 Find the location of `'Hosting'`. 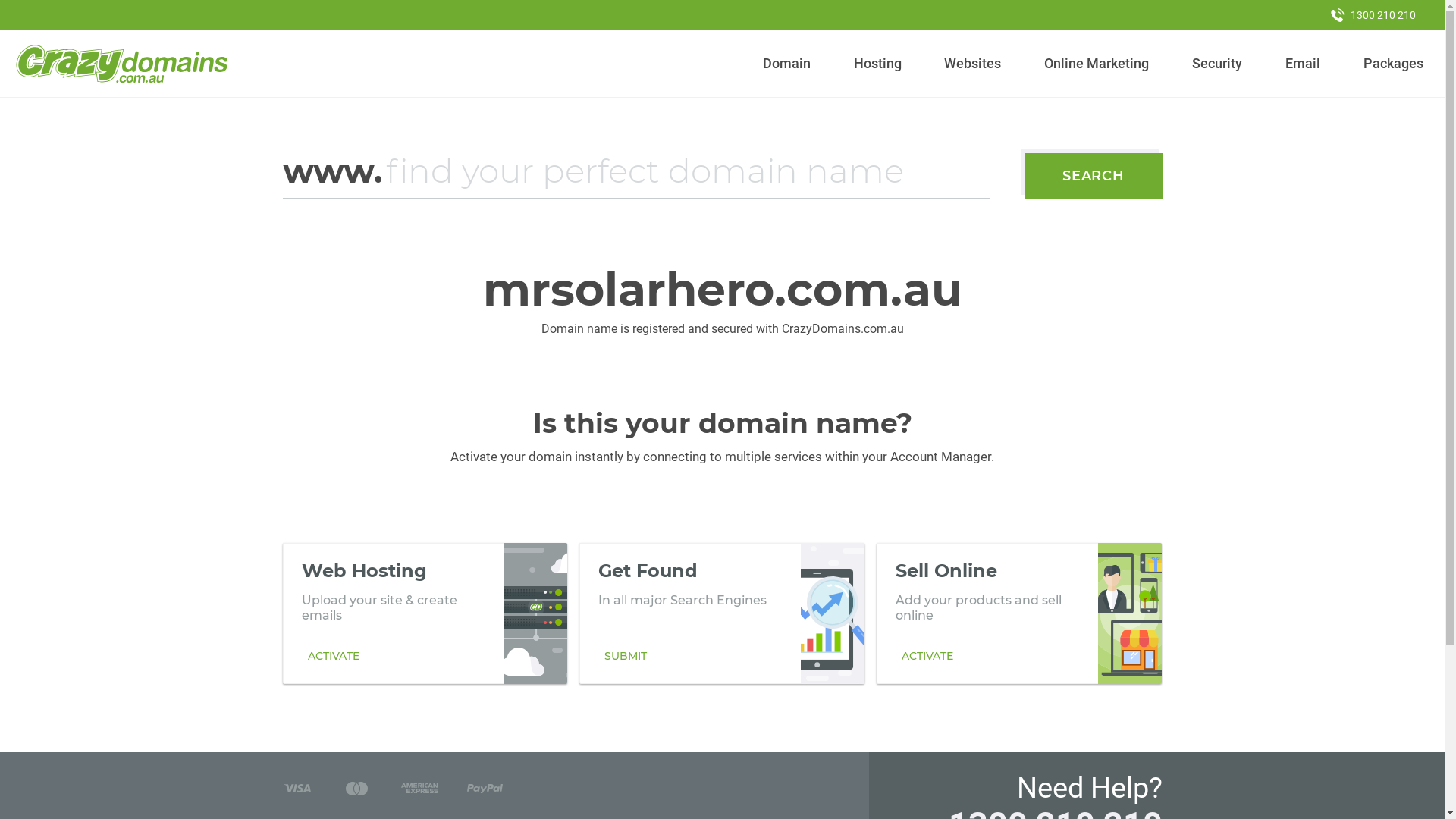

'Hosting' is located at coordinates (877, 63).